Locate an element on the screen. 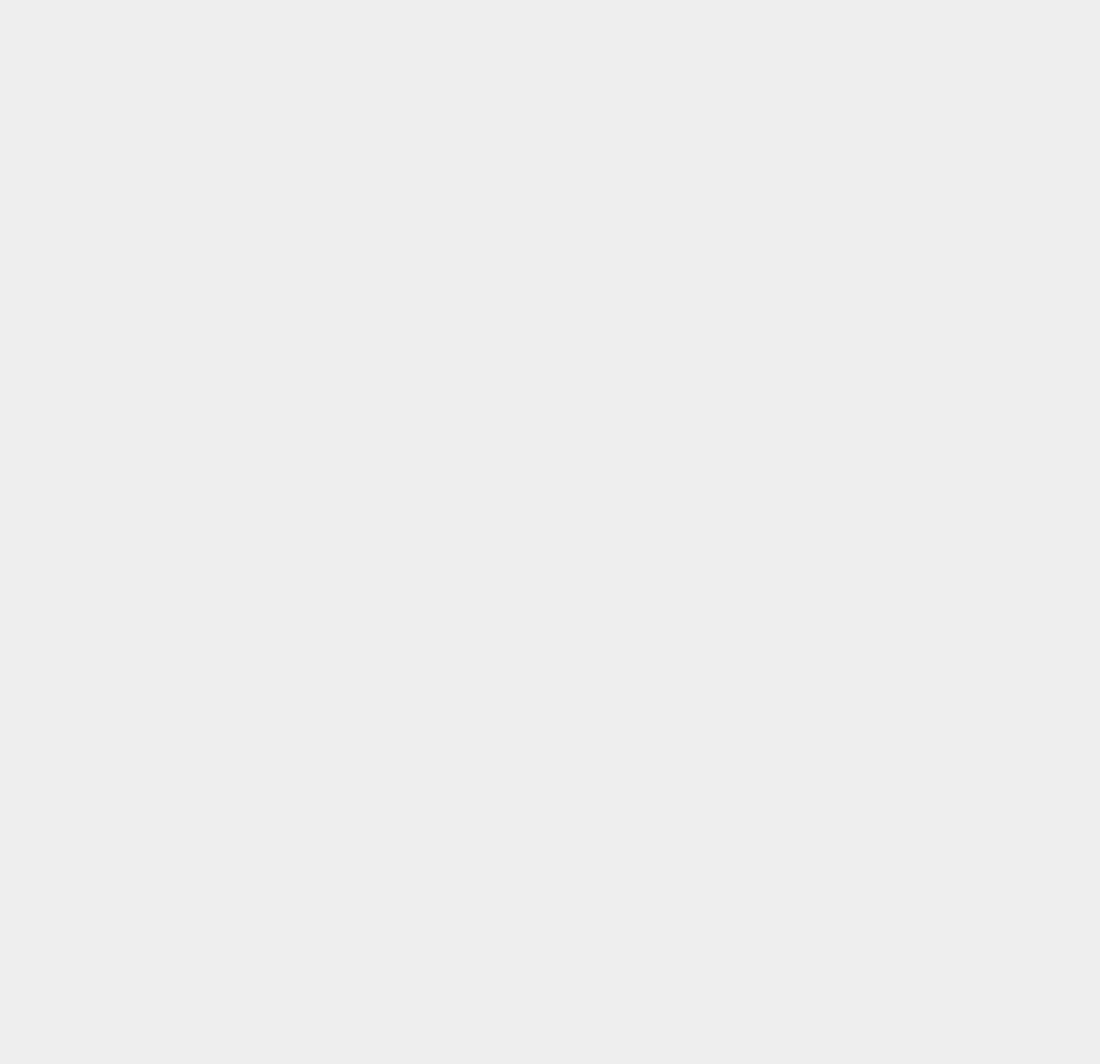 The height and width of the screenshot is (1064, 1100). 'Xbox One' is located at coordinates (807, 563).